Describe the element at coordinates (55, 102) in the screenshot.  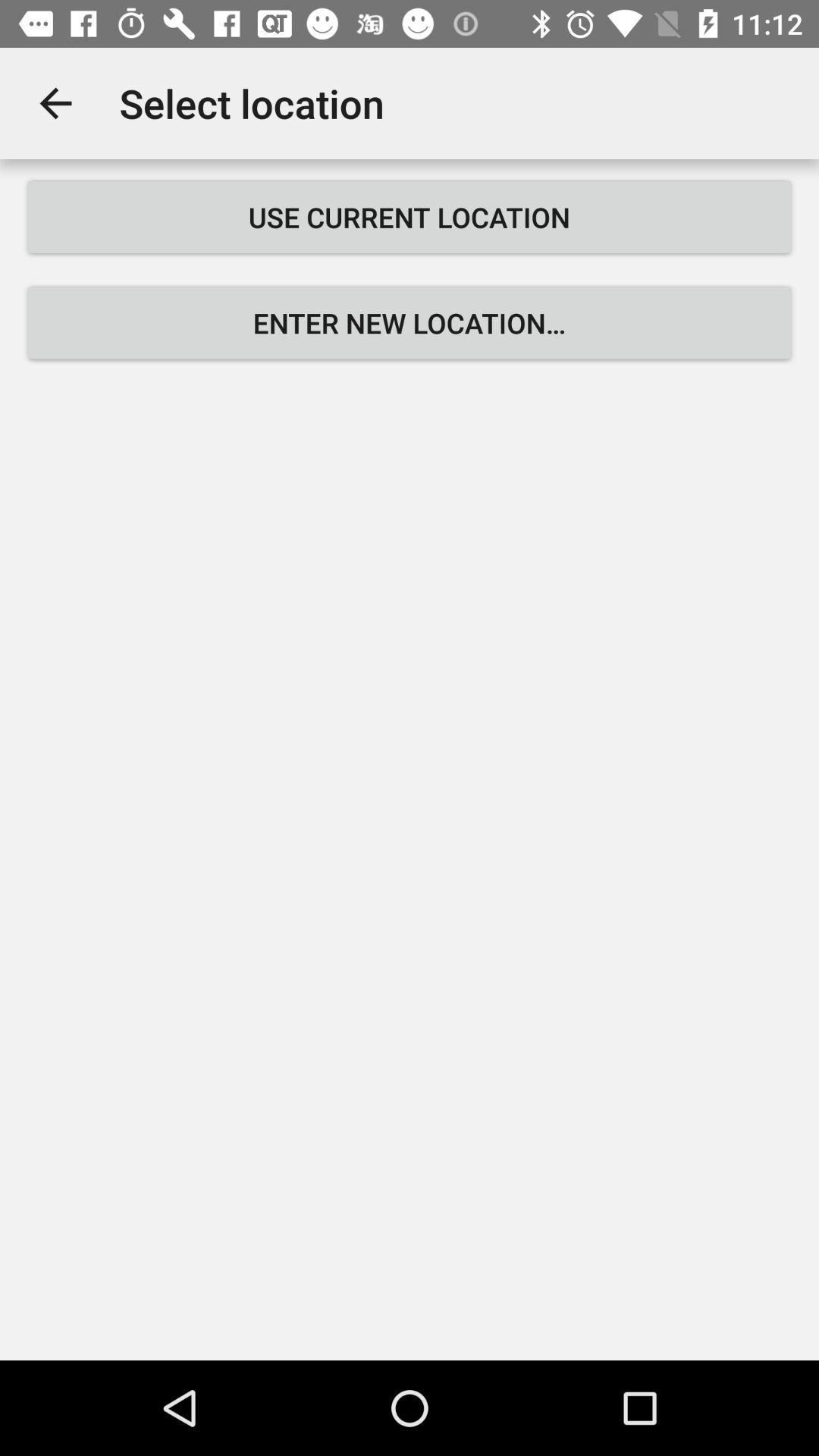
I see `icon above the use current location icon` at that location.